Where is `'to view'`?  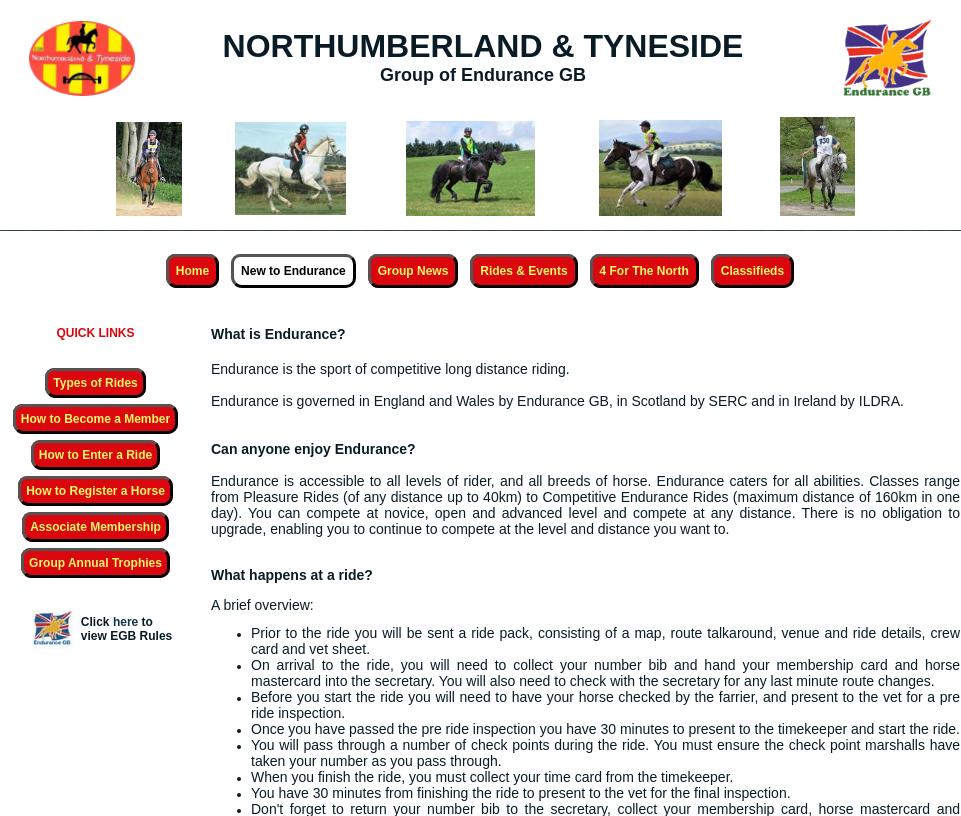
'to view' is located at coordinates (114, 627).